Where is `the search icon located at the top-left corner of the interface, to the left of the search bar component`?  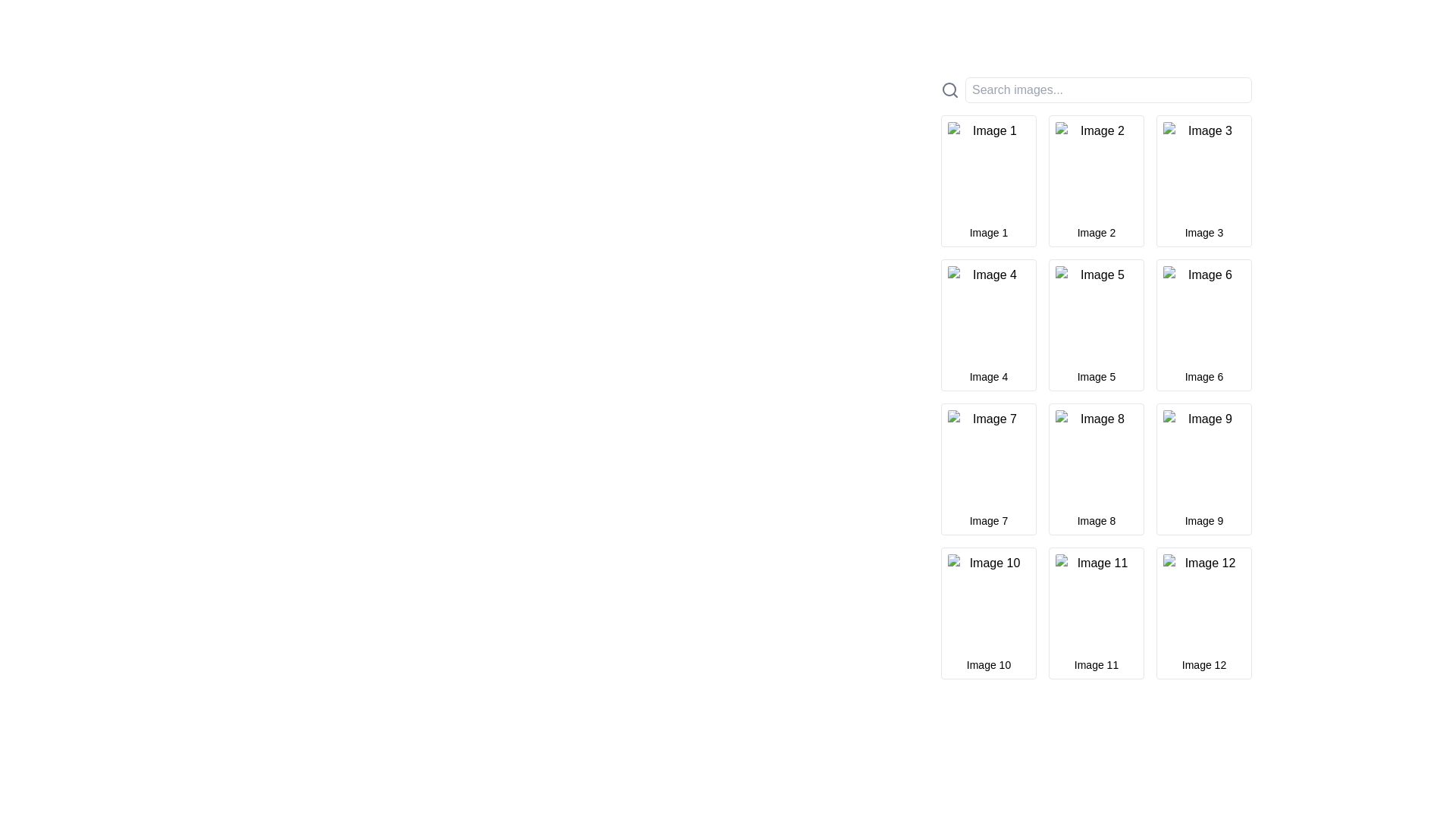 the search icon located at the top-left corner of the interface, to the left of the search bar component is located at coordinates (949, 90).